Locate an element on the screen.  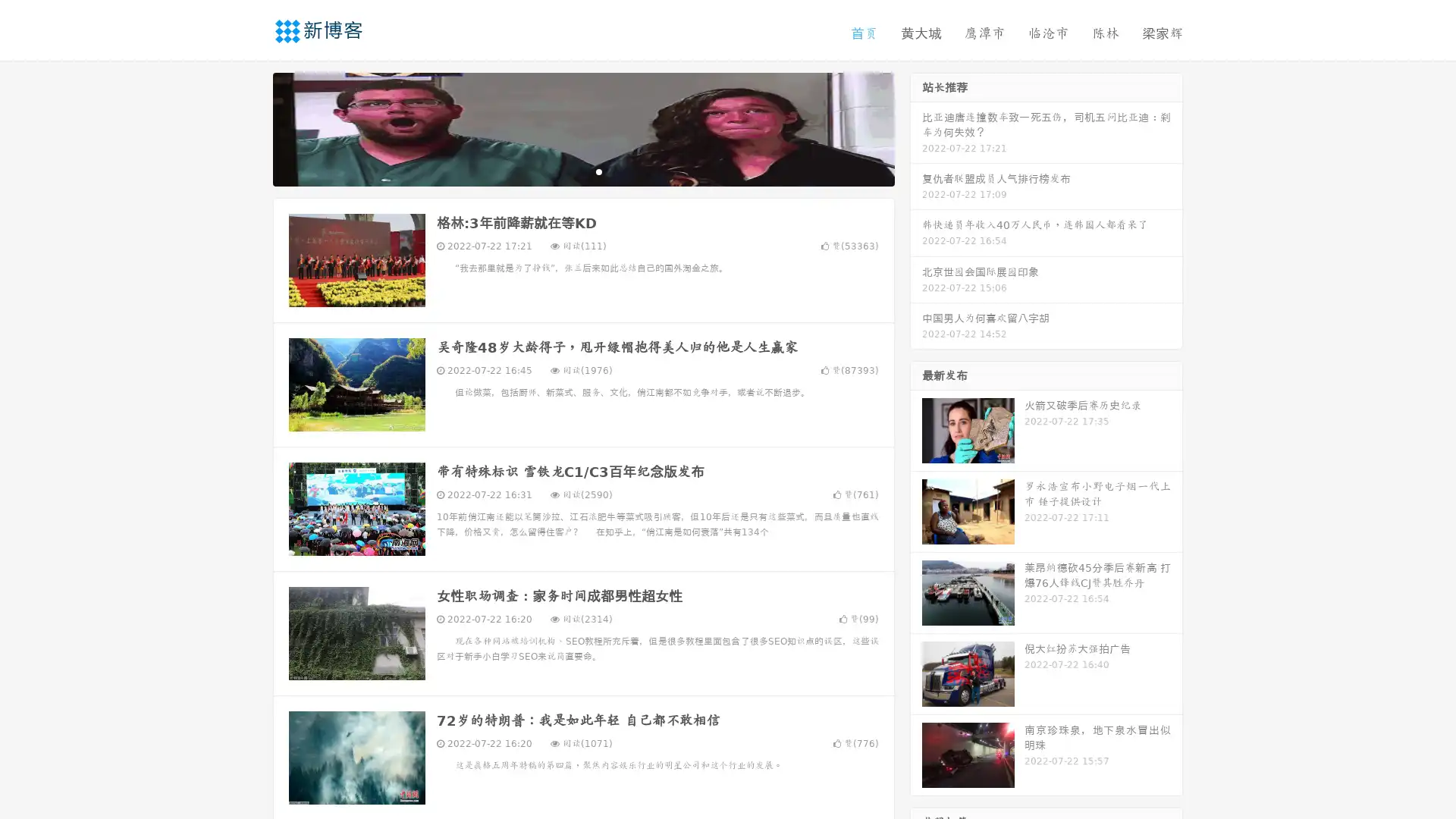
Go to slide 1 is located at coordinates (567, 171).